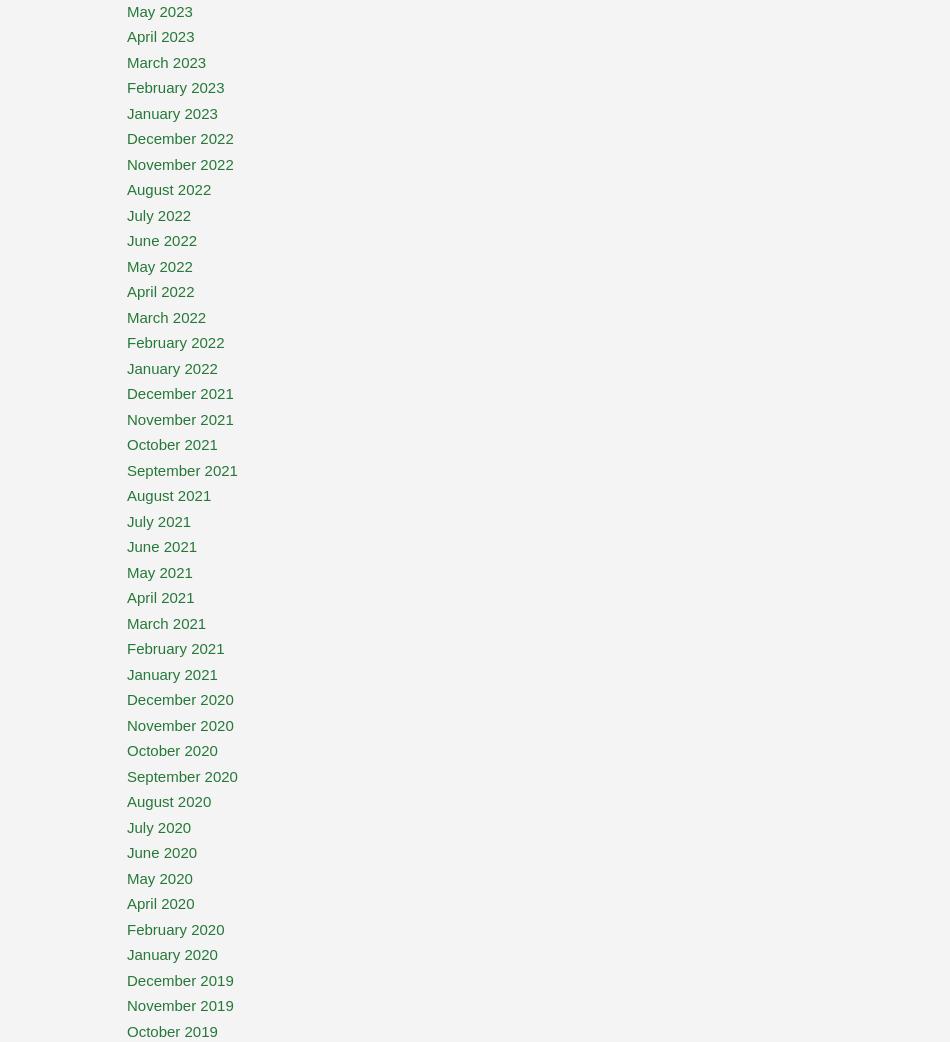 The height and width of the screenshot is (1042, 950). What do you see at coordinates (160, 291) in the screenshot?
I see `'April 2022'` at bounding box center [160, 291].